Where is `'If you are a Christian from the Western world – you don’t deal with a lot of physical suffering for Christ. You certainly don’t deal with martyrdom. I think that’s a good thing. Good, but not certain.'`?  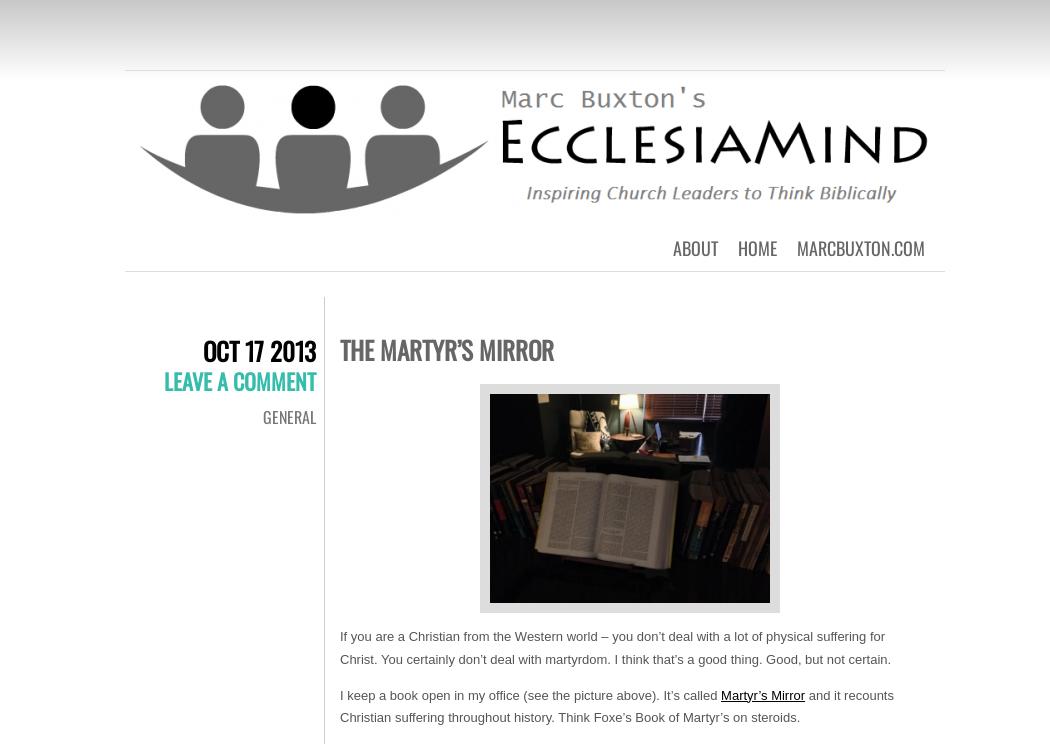 'If you are a Christian from the Western world – you don’t deal with a lot of physical suffering for Christ. You certainly don’t deal with martyrdom. I think that’s a good thing. Good, but not certain.' is located at coordinates (615, 647).